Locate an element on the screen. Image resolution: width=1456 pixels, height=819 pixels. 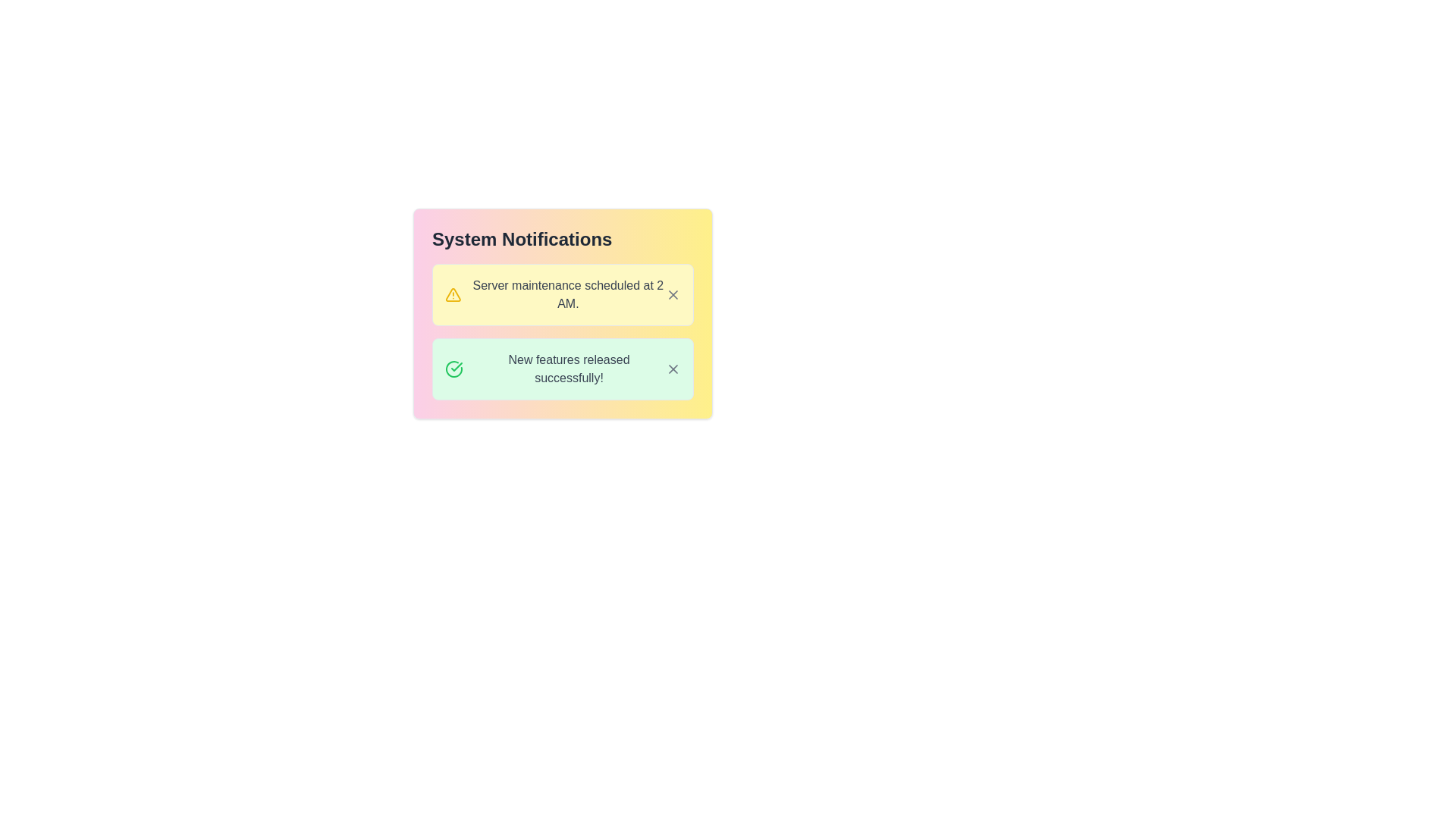
the diagonal cross icon (Close button) located at the top-right corner of the notification card labeled 'Server maintenance scheduled at 2 AM' for visual feedback is located at coordinates (673, 295).